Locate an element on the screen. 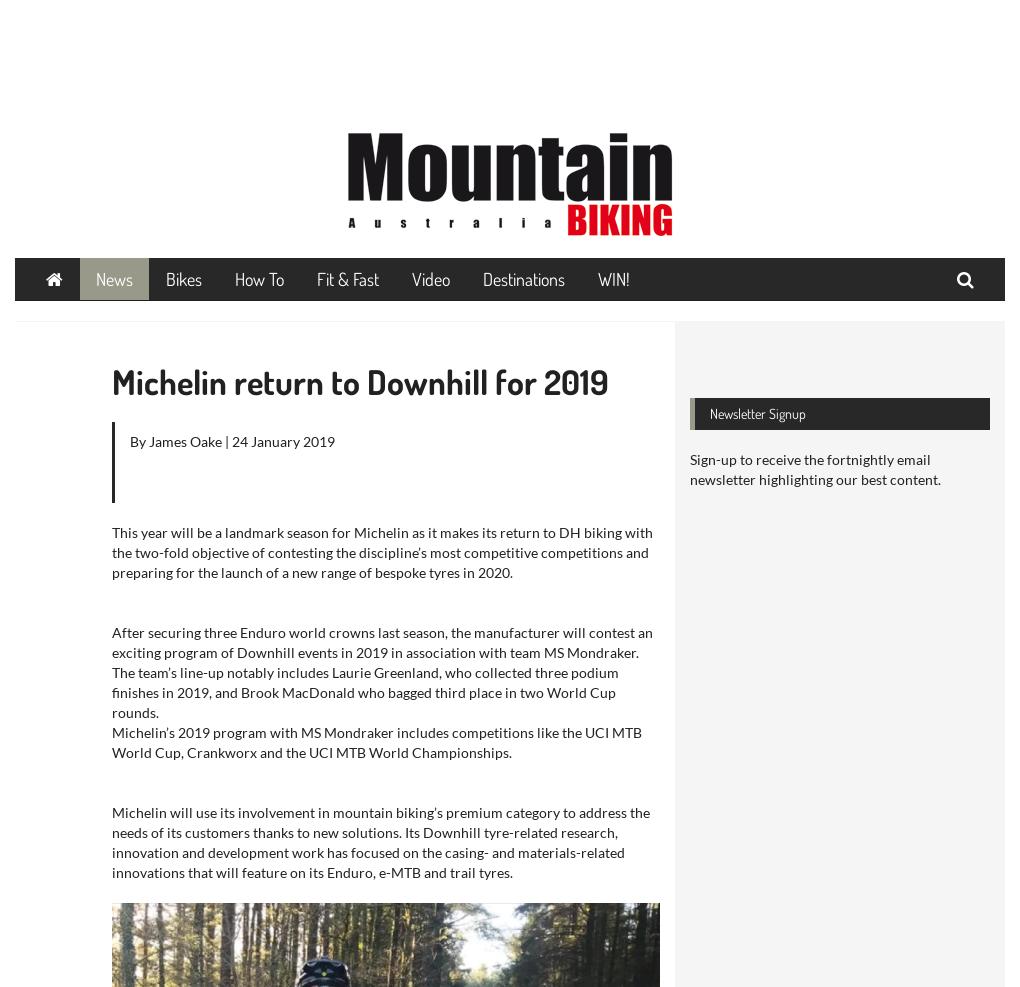  'Sign-up to receive the fortnightly email newsletter highlighting our best content.' is located at coordinates (815, 468).